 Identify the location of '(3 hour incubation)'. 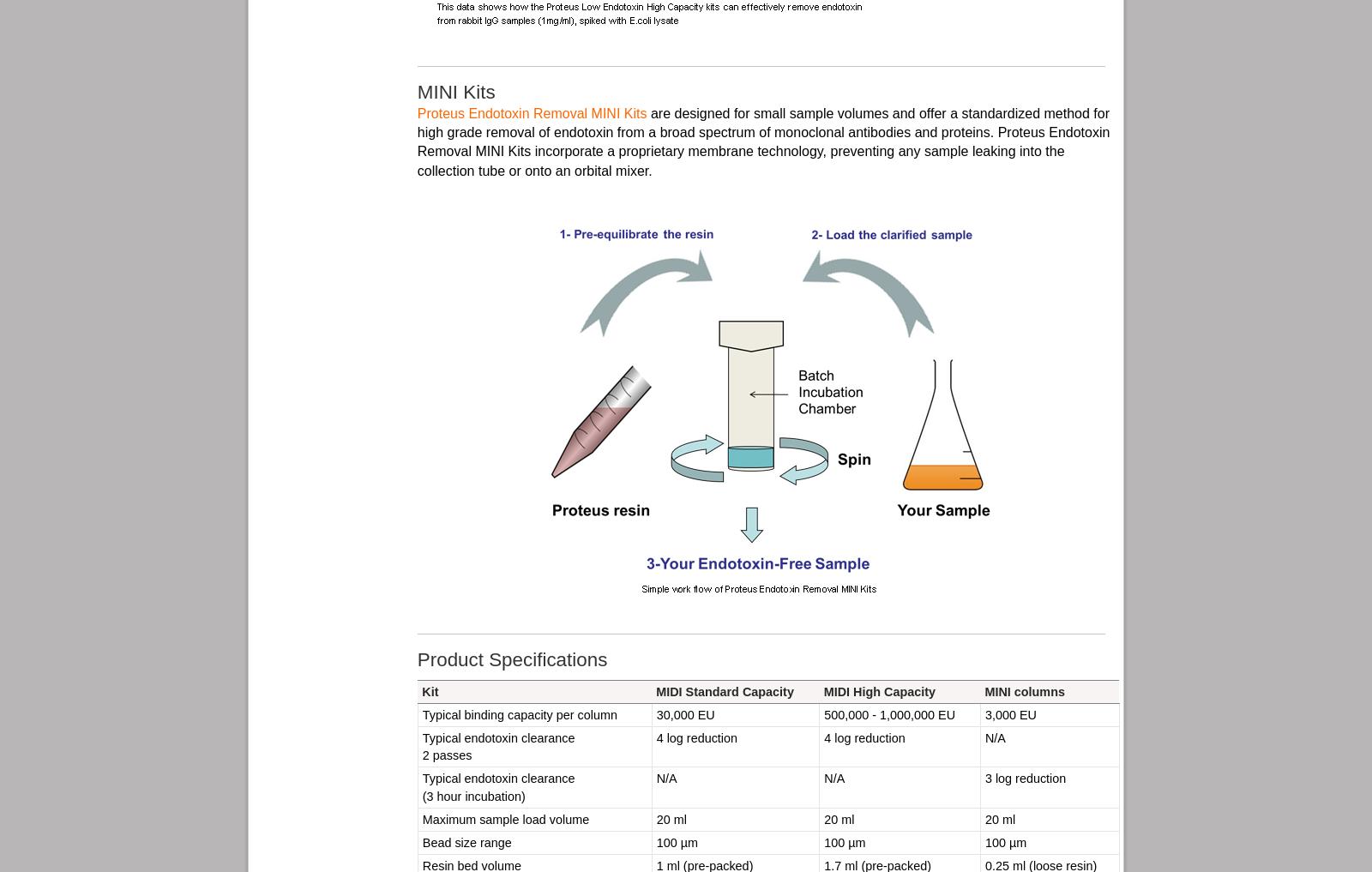
(472, 795).